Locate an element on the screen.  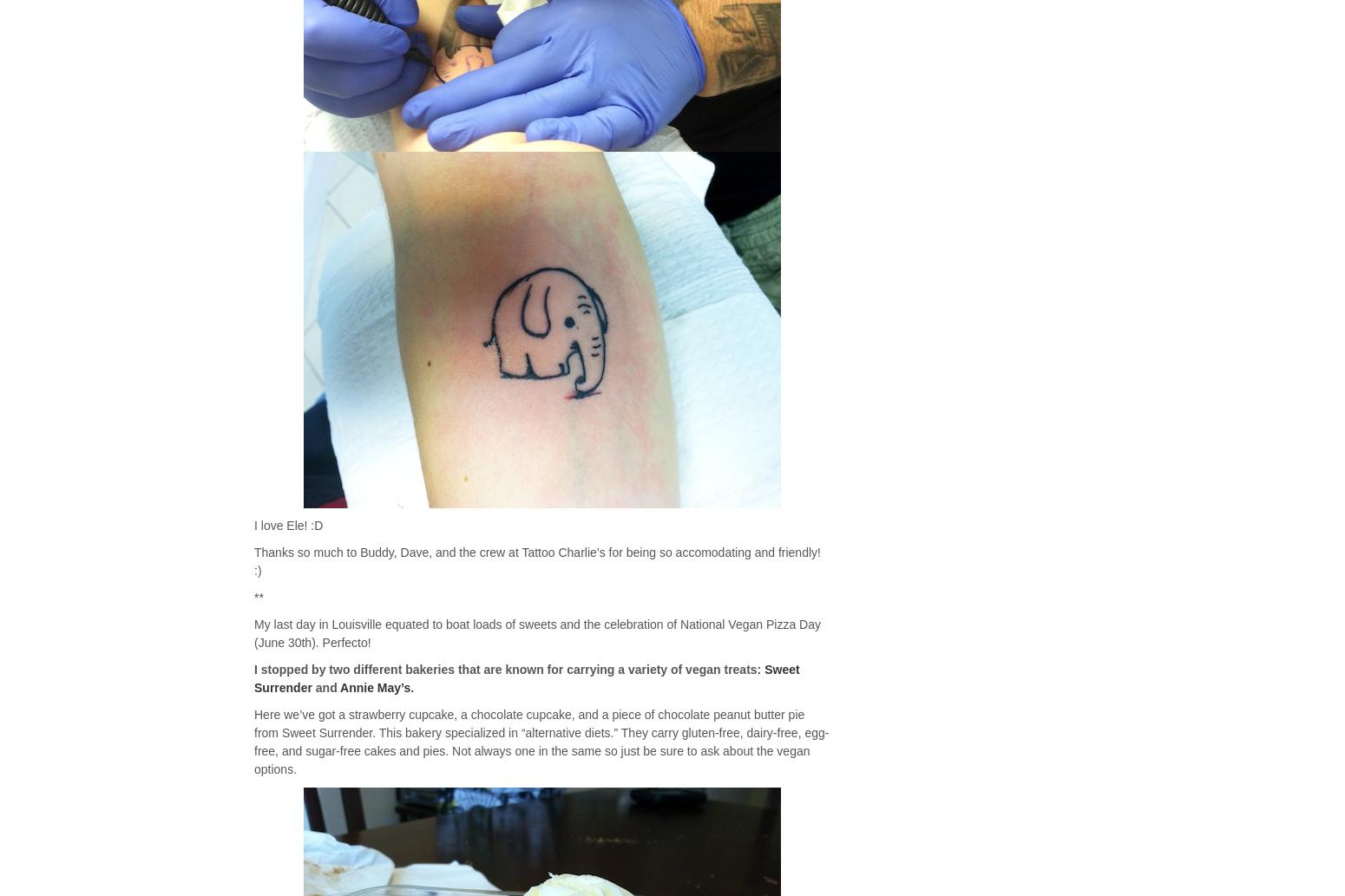
'.' is located at coordinates (411, 688).